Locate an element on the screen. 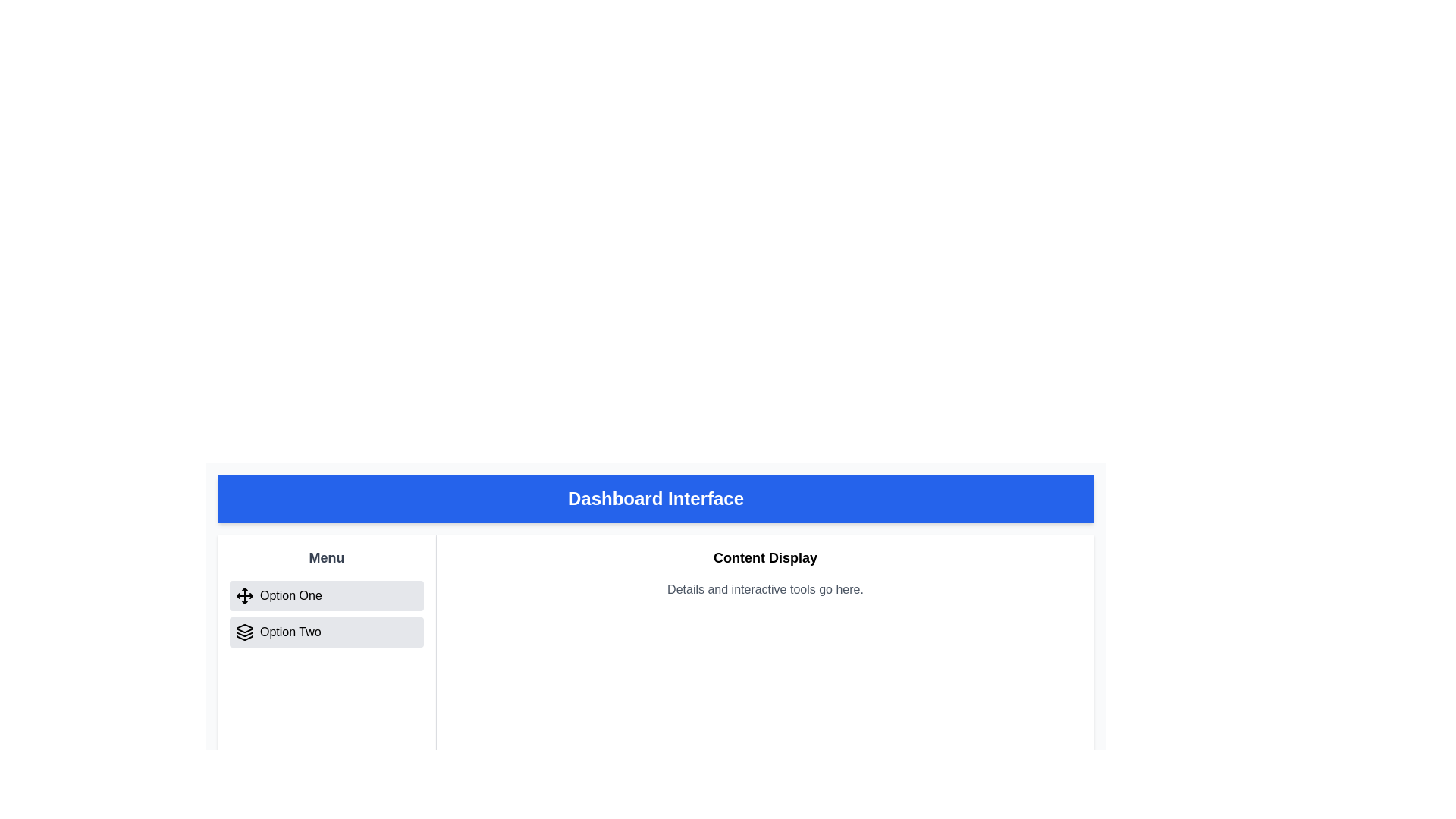  the top layer icon representing a stack concept adjacent to the 'Option Two' label in the left-side menu under the 'Menu' header is located at coordinates (244, 629).